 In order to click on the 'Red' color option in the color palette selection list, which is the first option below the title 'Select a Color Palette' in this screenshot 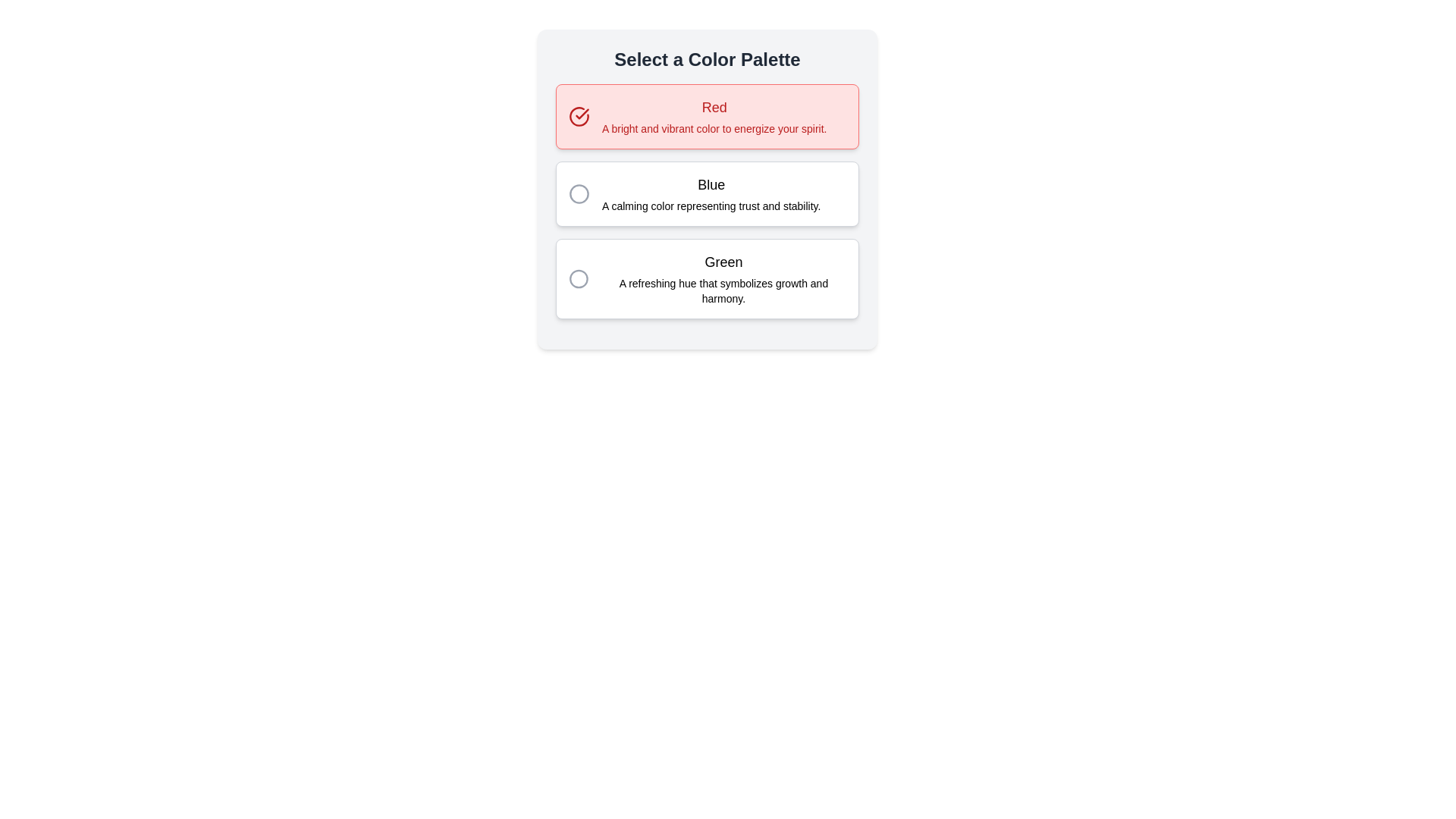, I will do `click(706, 116)`.